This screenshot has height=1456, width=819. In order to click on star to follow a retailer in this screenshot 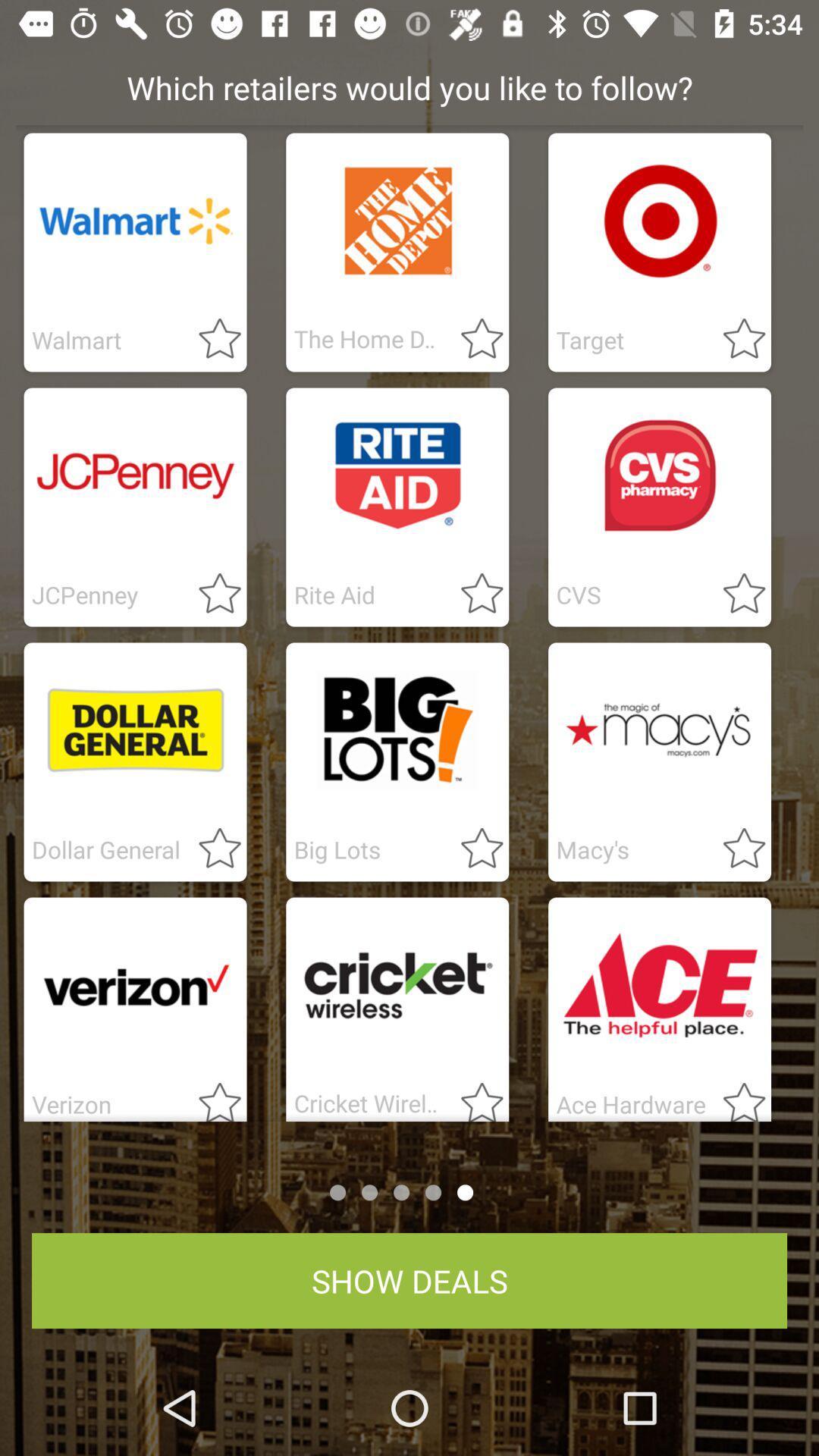, I will do `click(472, 849)`.